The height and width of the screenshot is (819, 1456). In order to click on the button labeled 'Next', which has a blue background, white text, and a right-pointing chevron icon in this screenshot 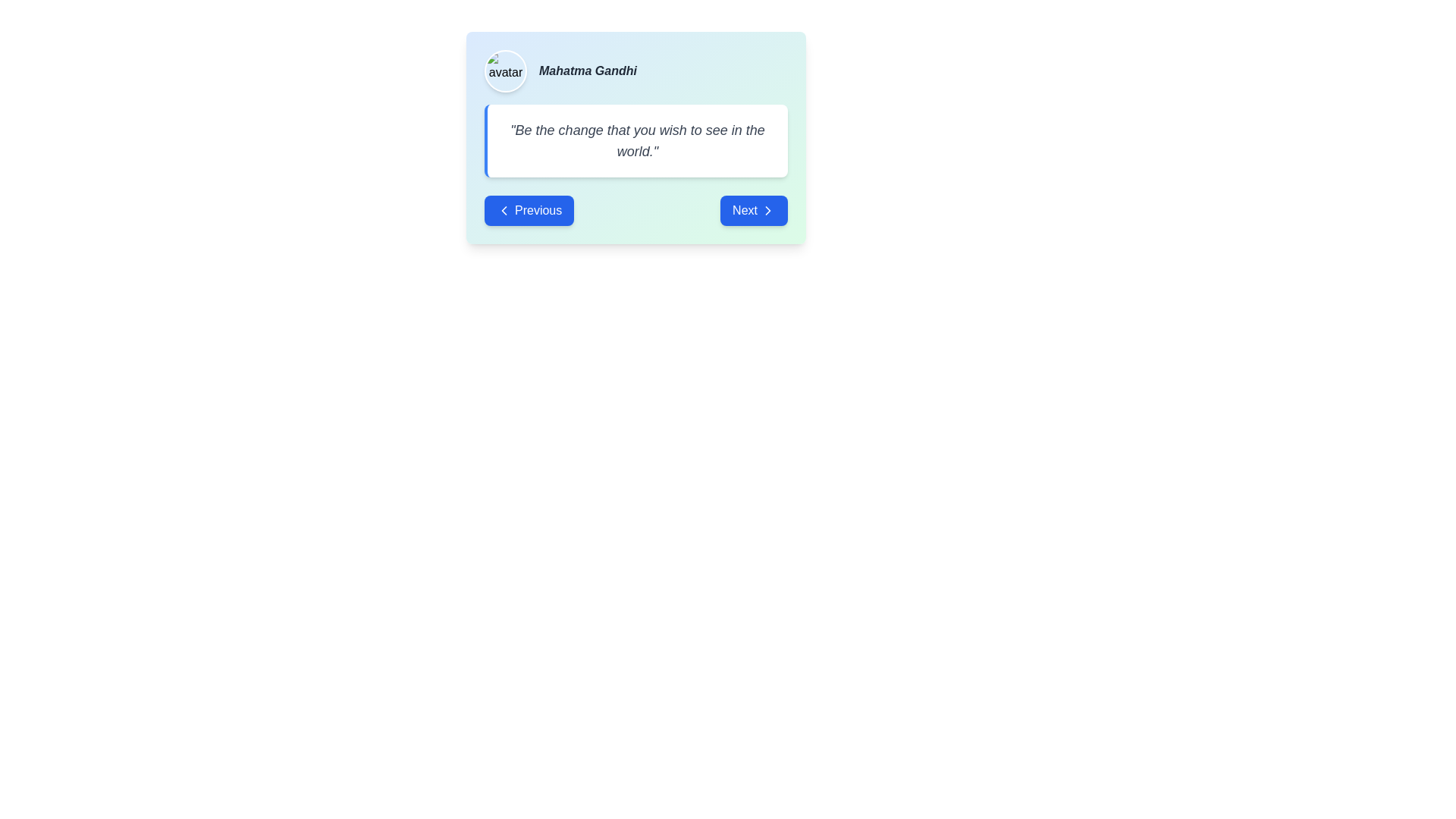, I will do `click(754, 210)`.